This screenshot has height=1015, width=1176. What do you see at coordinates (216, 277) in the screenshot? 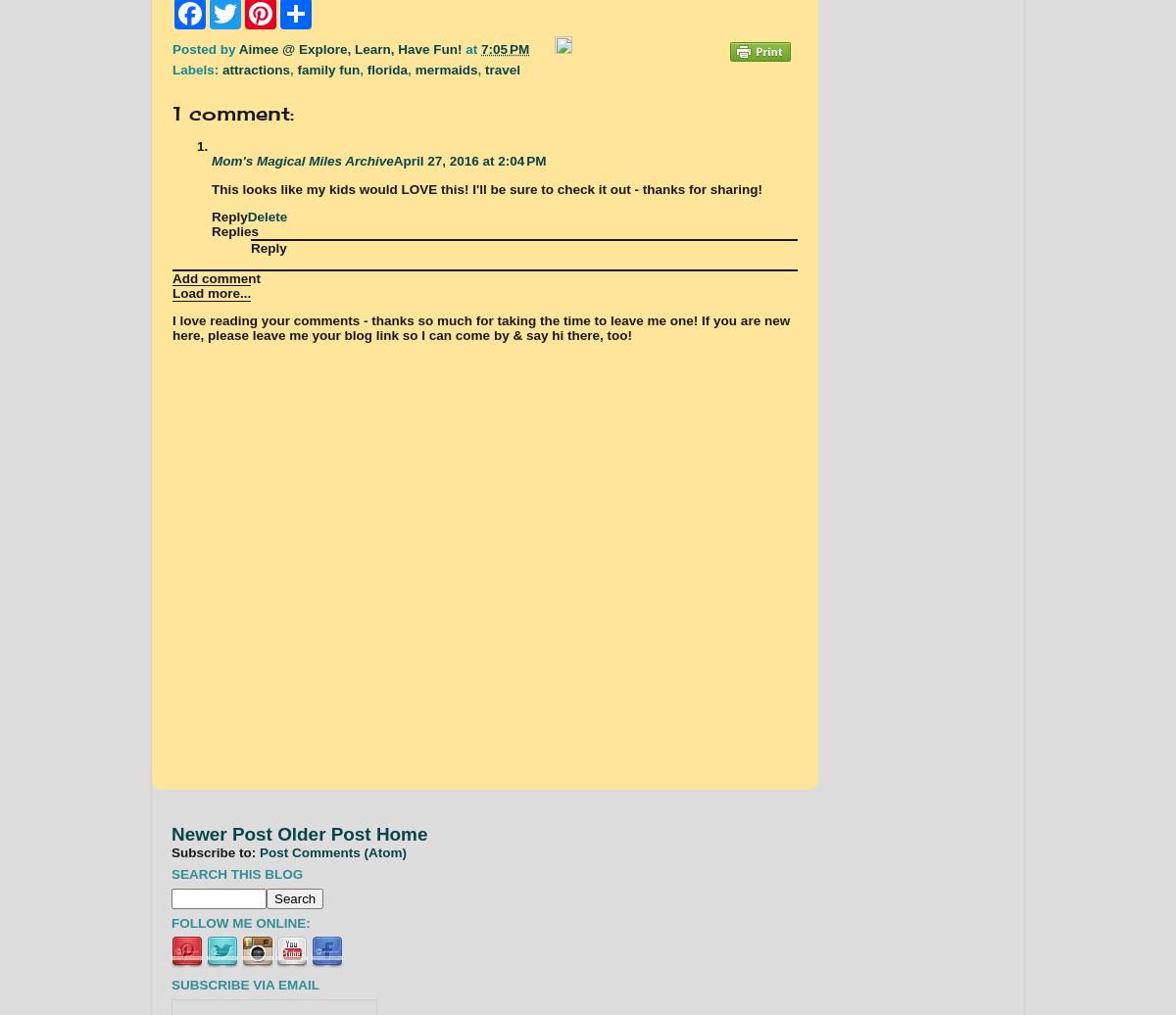
I see `'Add comment'` at bounding box center [216, 277].